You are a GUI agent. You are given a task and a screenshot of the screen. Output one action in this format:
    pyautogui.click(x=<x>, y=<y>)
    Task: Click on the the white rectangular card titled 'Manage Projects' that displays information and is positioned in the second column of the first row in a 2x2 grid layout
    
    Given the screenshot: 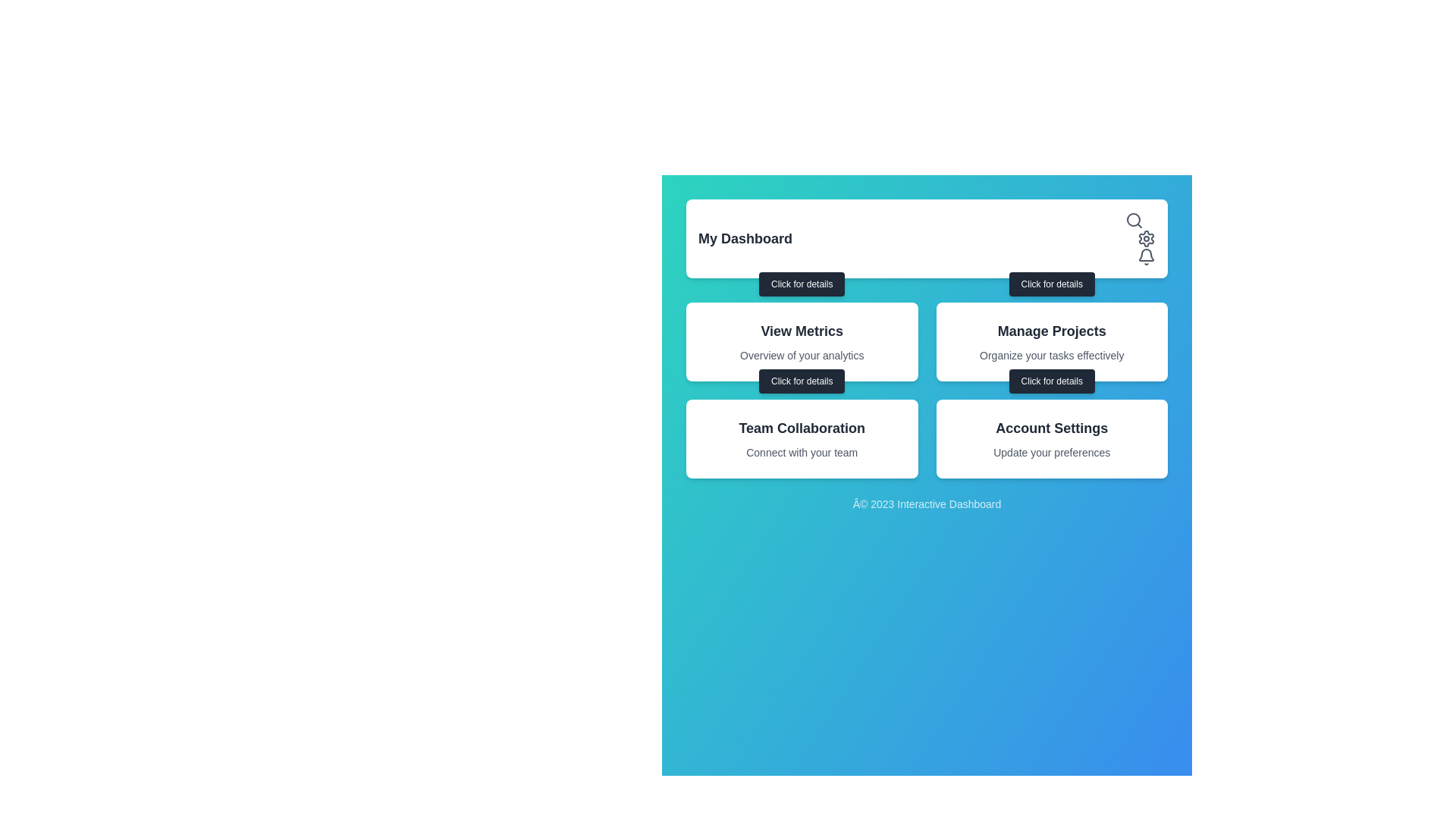 What is the action you would take?
    pyautogui.click(x=1051, y=342)
    